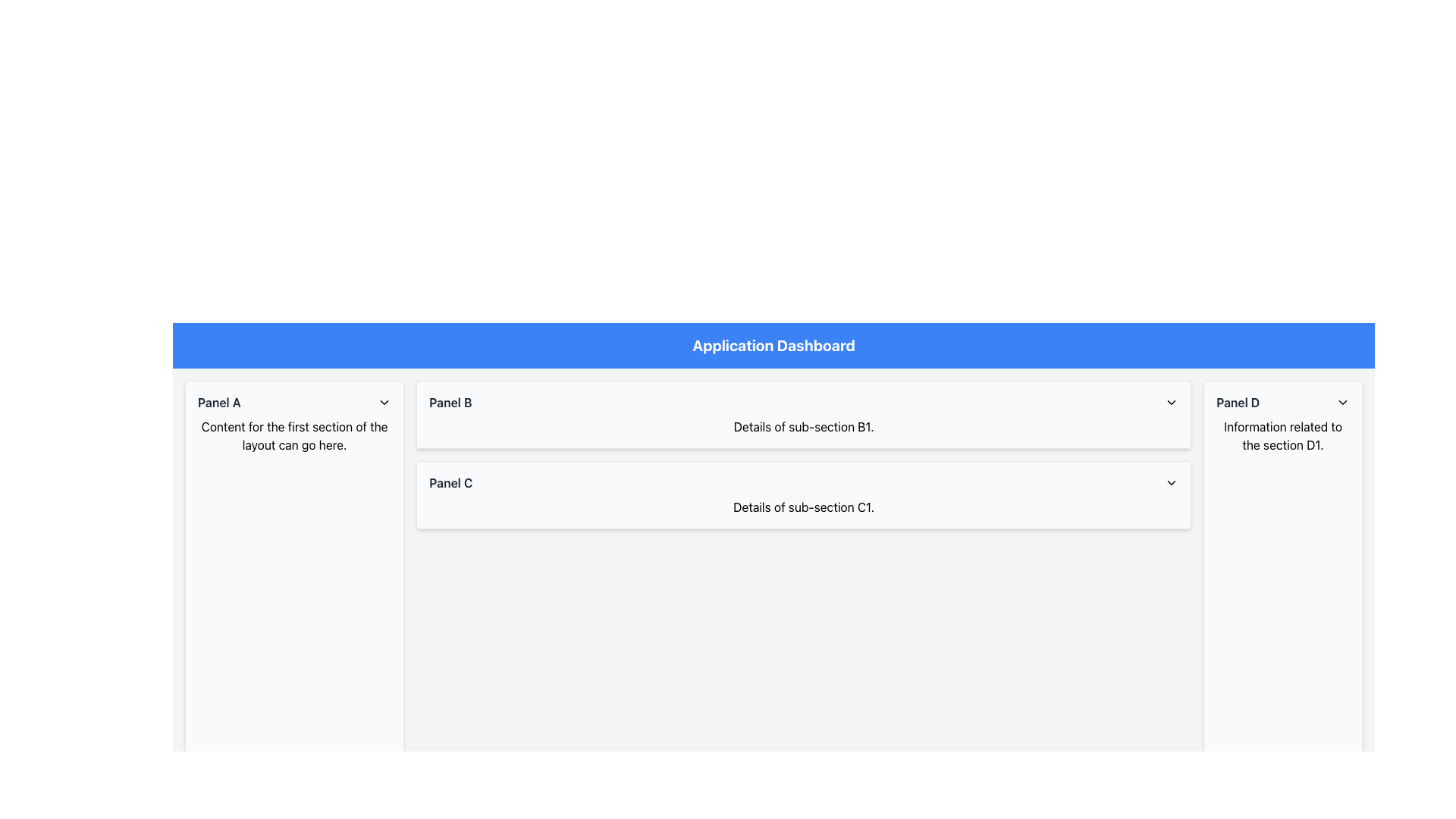 The image size is (1456, 819). What do you see at coordinates (803, 427) in the screenshot?
I see `the static text element that contains the text 'Details of sub-section B1.' within the bordered panel labeled 'Panel B'` at bounding box center [803, 427].